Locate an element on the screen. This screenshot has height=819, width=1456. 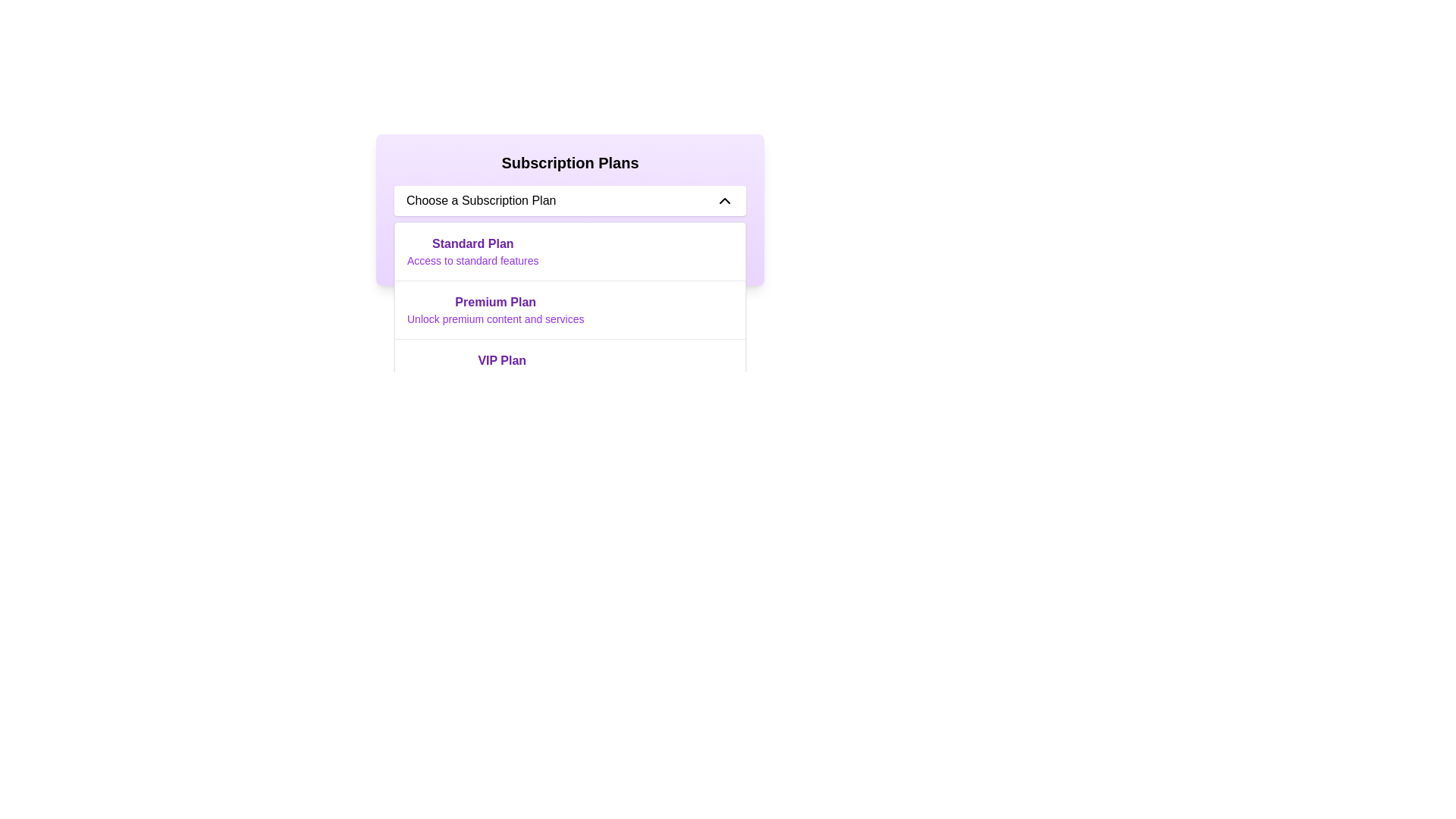
the label reading 'Choose a Subscription Plan', which is centrally aligned within the dropdown menu for subscription choices is located at coordinates (480, 200).